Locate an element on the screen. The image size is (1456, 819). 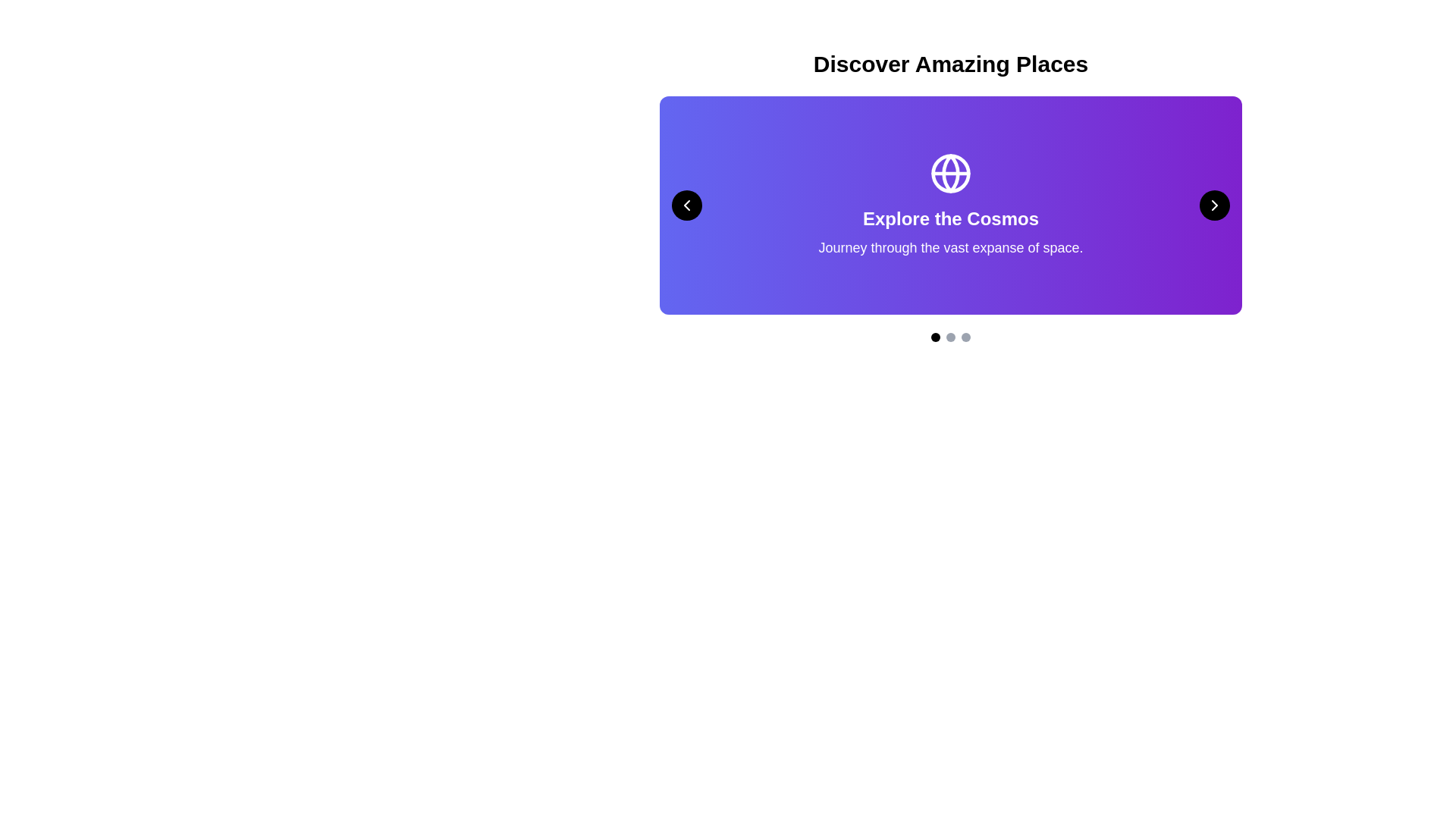
the Pagination indicator is located at coordinates (949, 336).